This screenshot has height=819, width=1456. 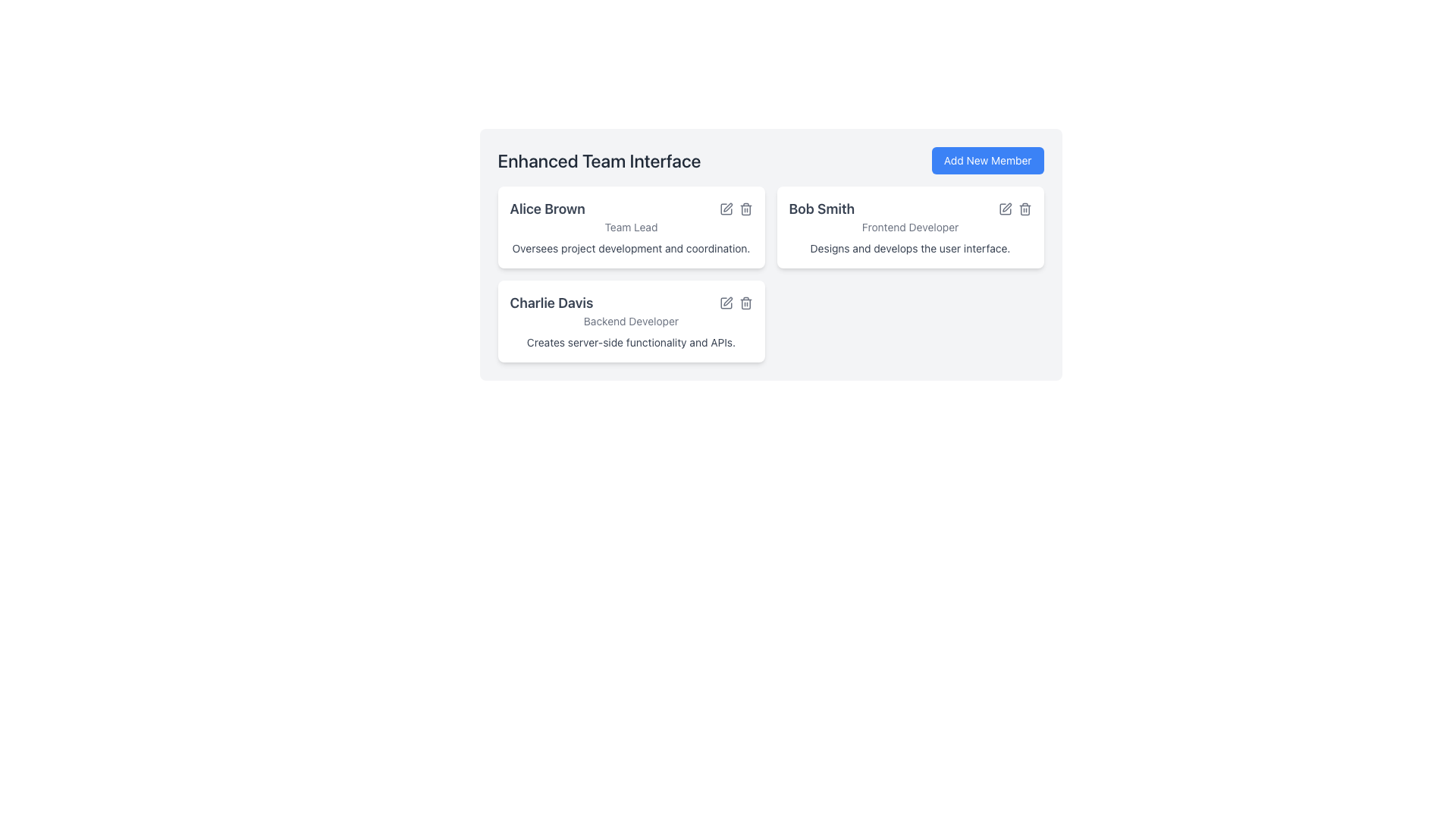 I want to click on the edit button located in the top-right corner of the card labeled 'Alice Brown', so click(x=725, y=209).